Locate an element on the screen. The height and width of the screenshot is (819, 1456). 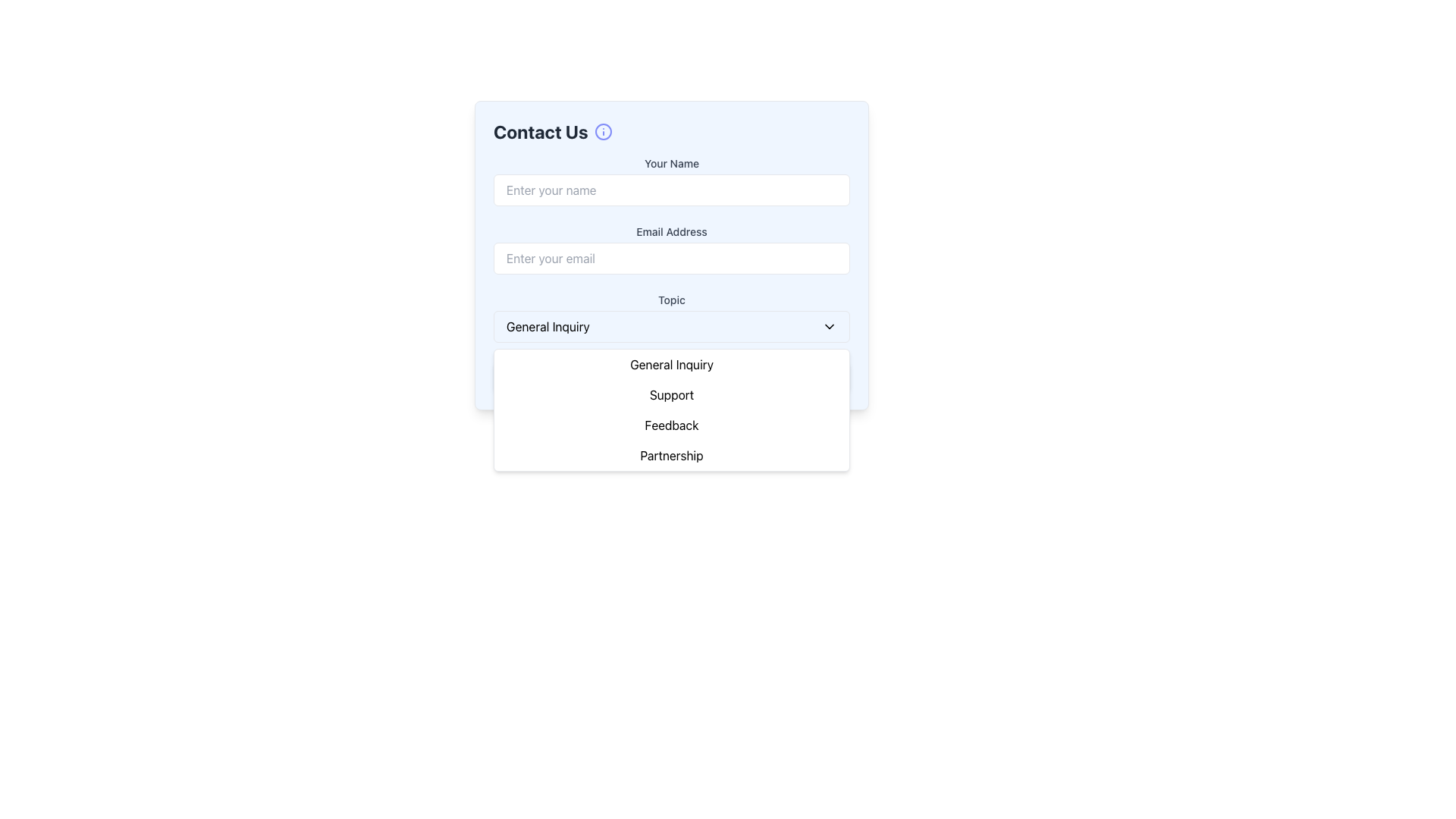
the Text Label that indicates the purpose of the associated dropdown menu located above the dropdown in the 'Topic' section is located at coordinates (671, 300).